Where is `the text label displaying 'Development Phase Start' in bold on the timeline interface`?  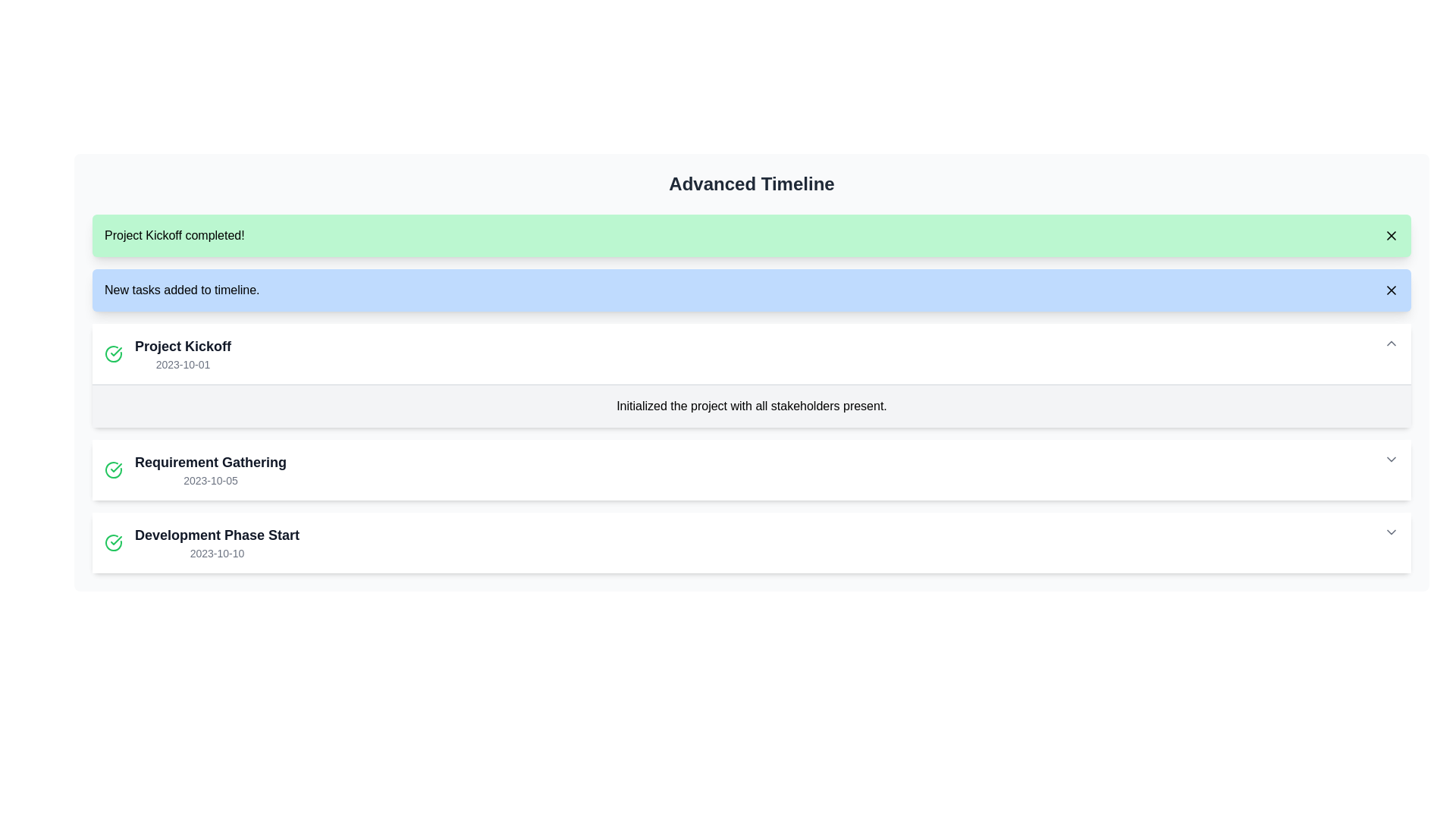
the text label displaying 'Development Phase Start' in bold on the timeline interface is located at coordinates (216, 534).